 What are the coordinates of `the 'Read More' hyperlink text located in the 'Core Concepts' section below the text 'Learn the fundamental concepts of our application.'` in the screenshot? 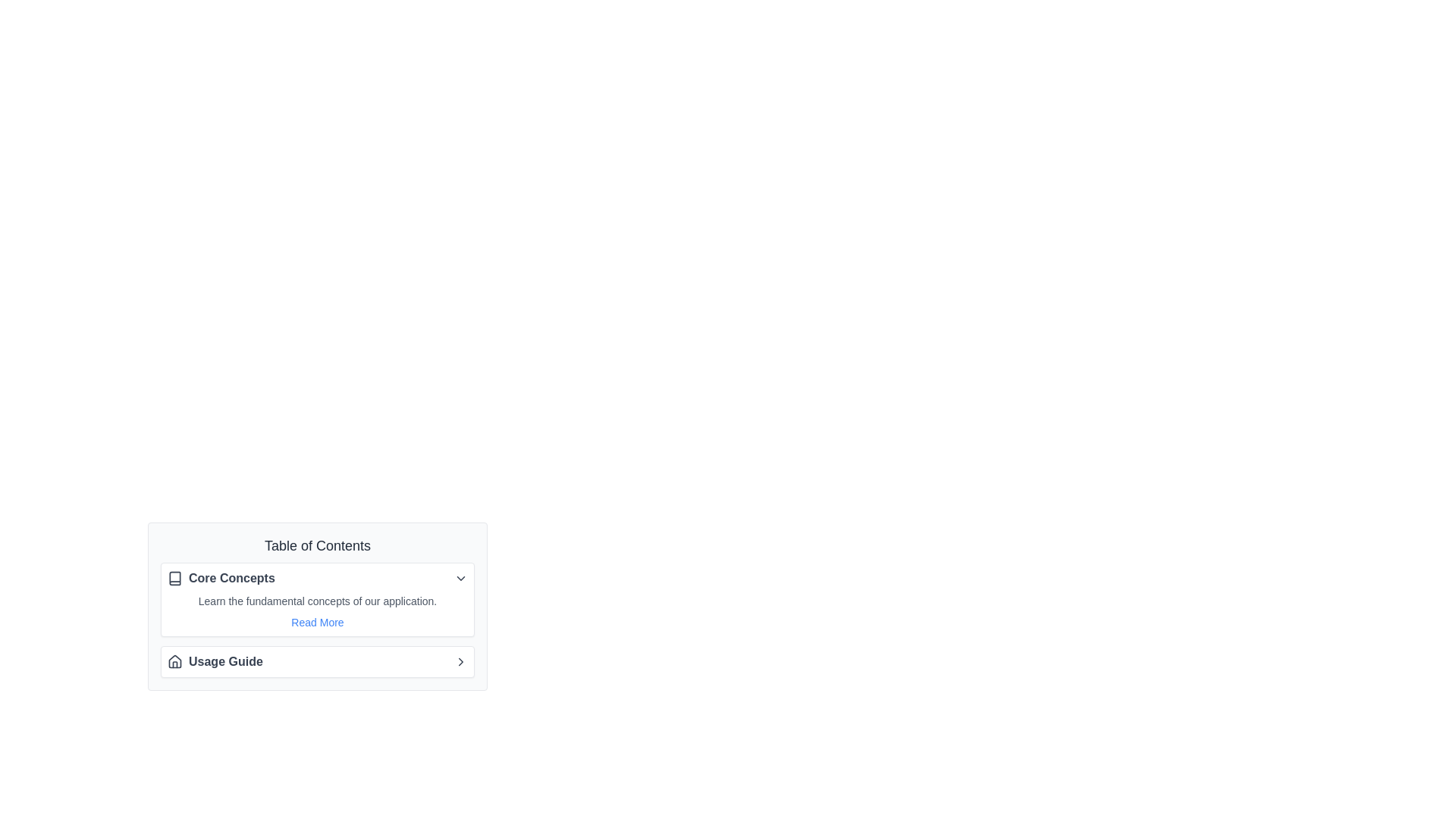 It's located at (316, 623).